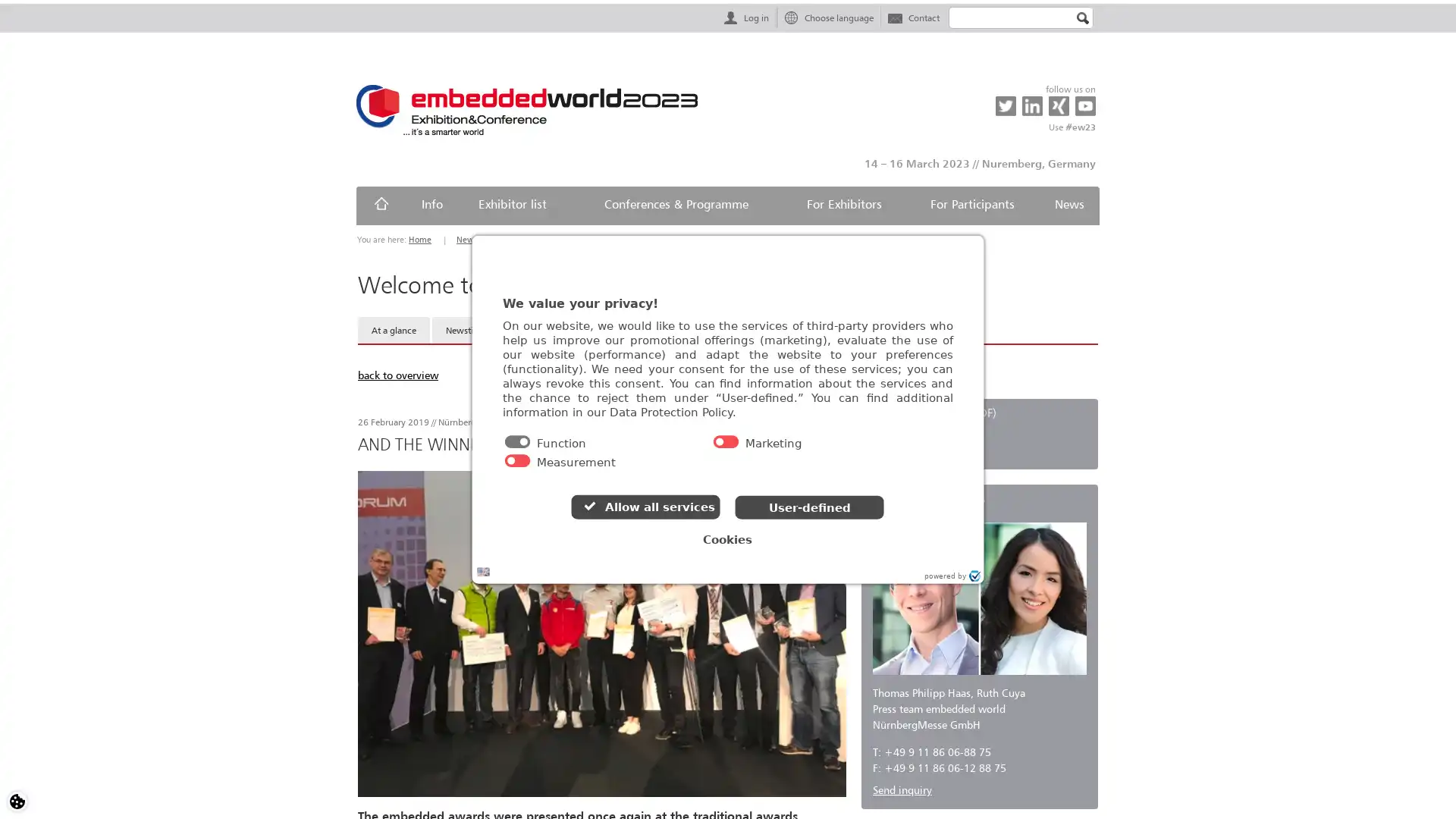  What do you see at coordinates (827, 17) in the screenshot?
I see `Choose language Choose language` at bounding box center [827, 17].